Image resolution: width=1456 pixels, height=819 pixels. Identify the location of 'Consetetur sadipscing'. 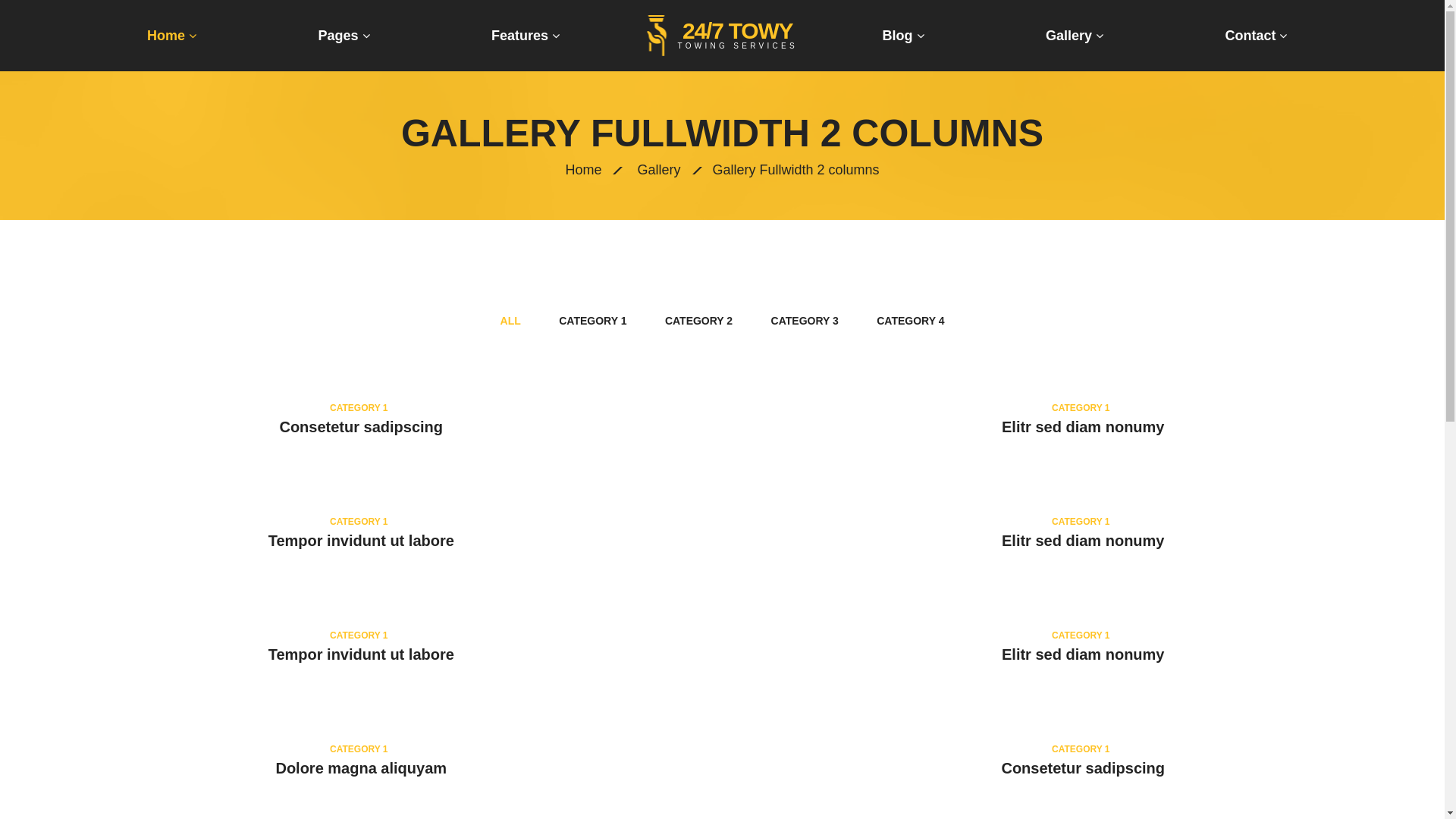
(359, 427).